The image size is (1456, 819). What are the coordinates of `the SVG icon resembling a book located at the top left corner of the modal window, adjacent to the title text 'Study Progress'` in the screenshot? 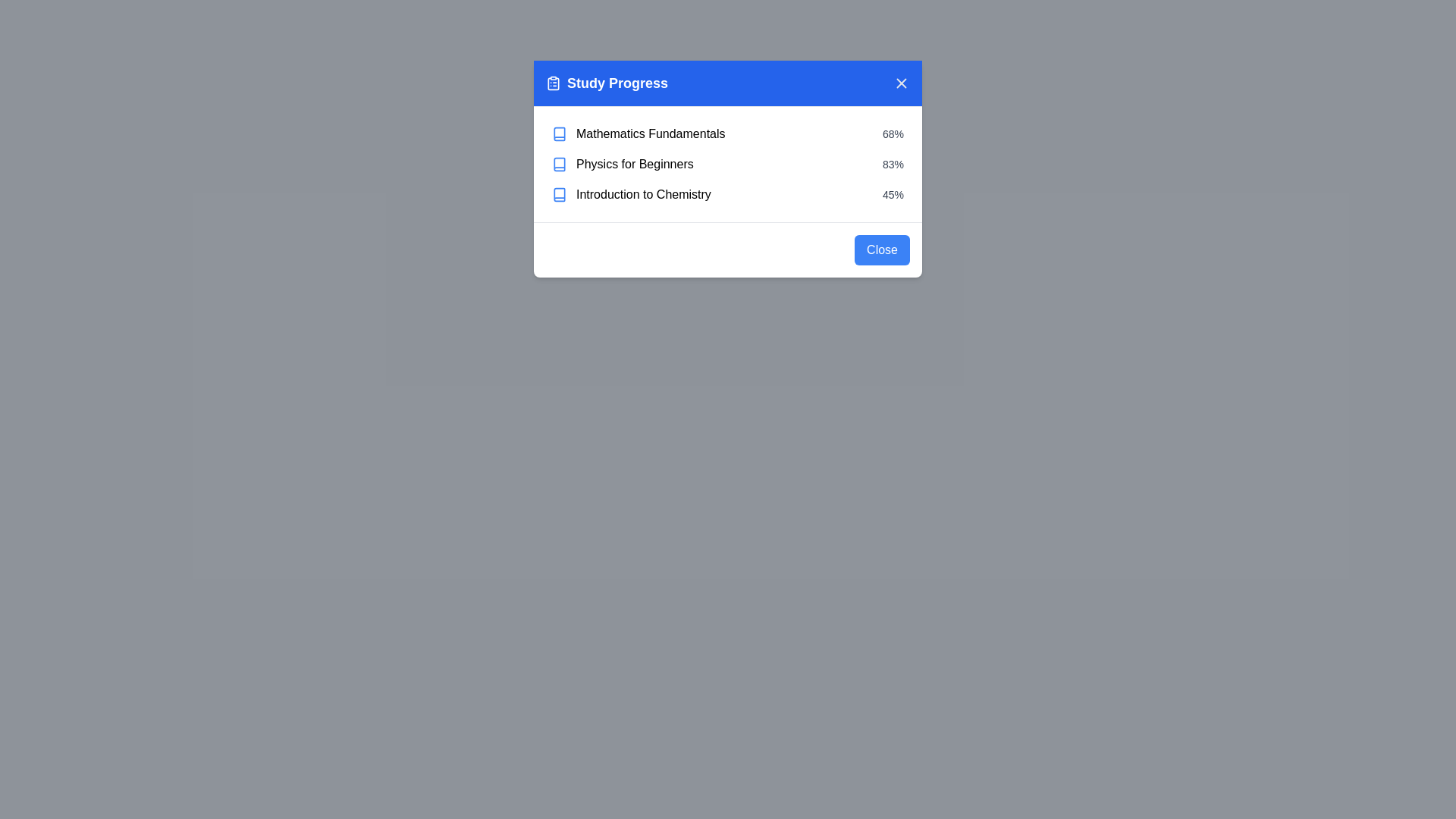 It's located at (559, 164).